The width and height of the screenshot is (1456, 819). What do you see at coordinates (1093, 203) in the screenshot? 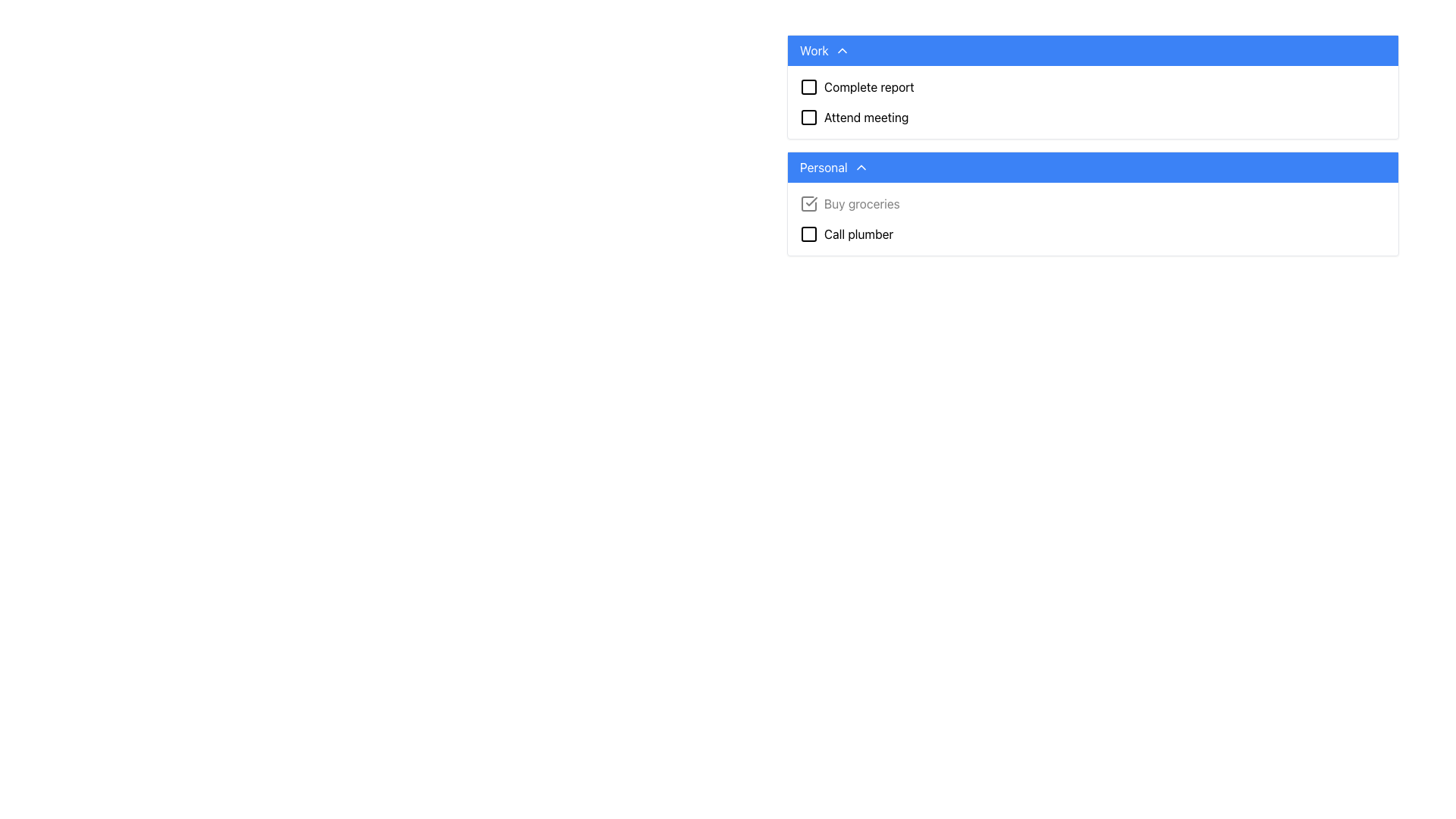
I see `the checkbox of the 'Buy groceries' list item in the 'Personal' category to mark it as done` at bounding box center [1093, 203].